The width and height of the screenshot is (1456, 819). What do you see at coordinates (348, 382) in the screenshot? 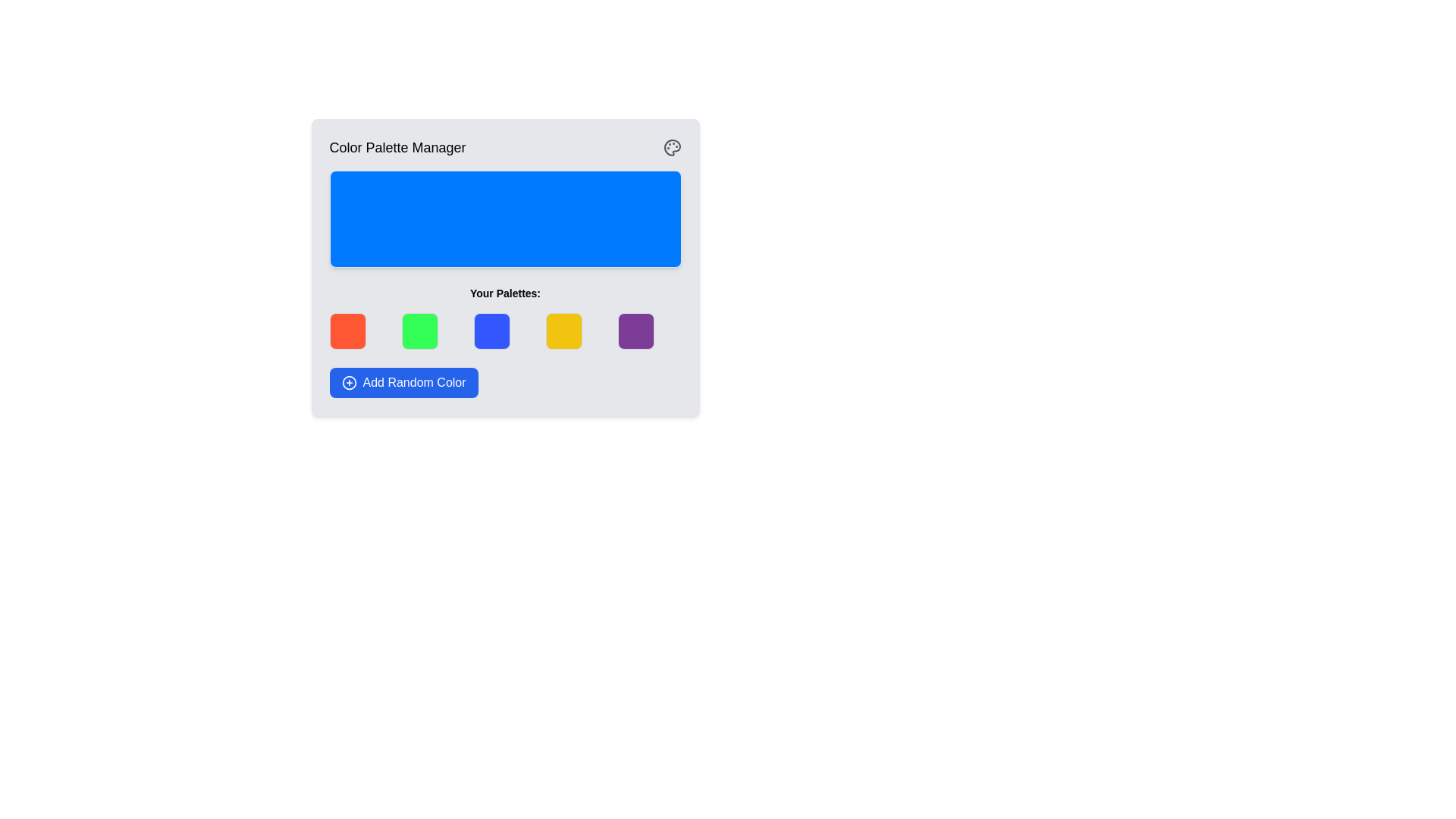
I see `the circular icon with a blue border located within the 'Add Random Color' button at the bottom of the interface` at bounding box center [348, 382].